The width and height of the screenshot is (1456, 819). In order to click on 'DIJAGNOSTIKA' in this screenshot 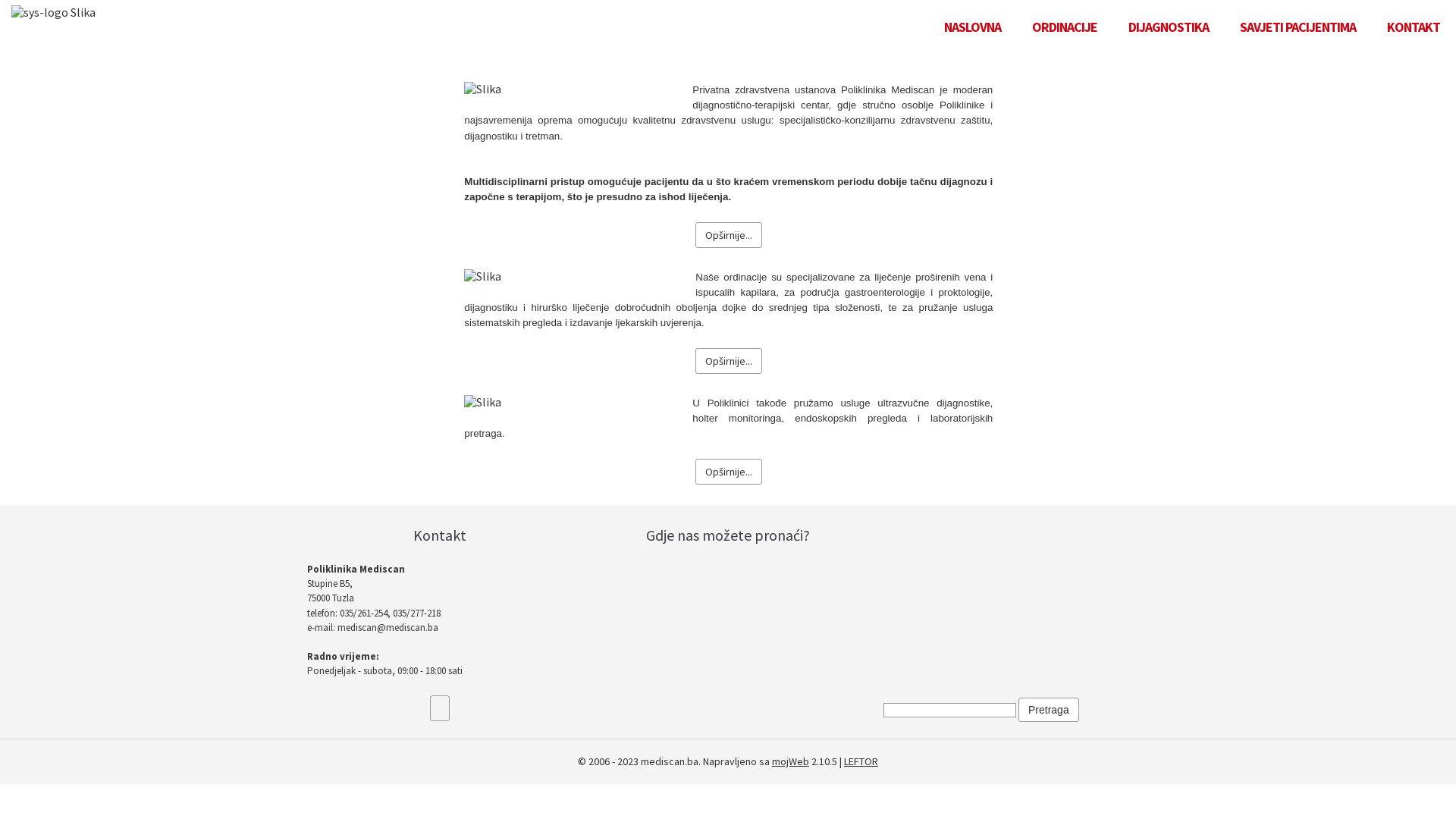, I will do `click(1167, 27)`.